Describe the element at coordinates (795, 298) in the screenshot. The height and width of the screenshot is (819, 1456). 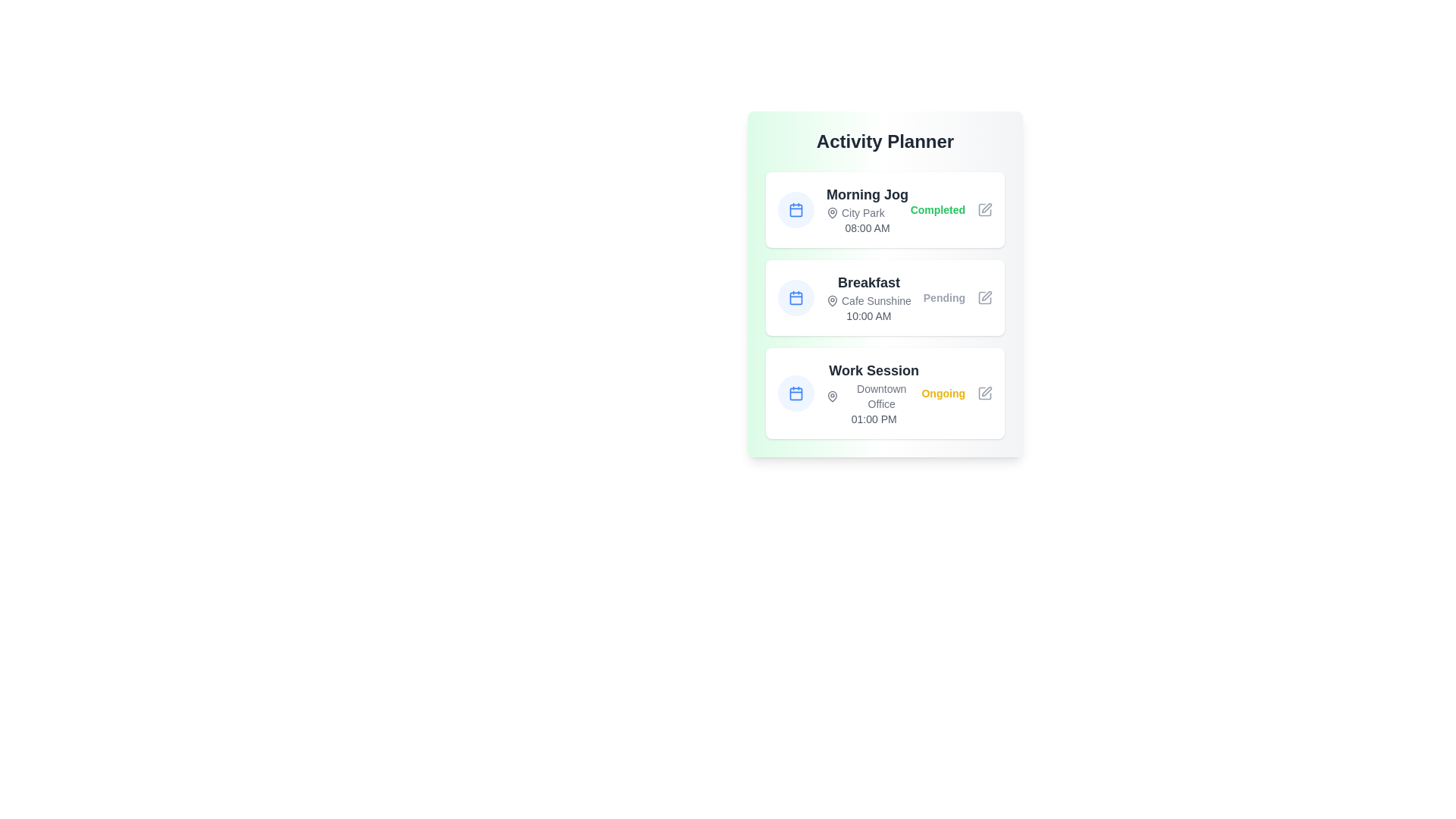
I see `the graphical icon component of the calendar icon that is positioned to the left of the 'Morning Jog' event entry in the 'Activity Planner' panel` at that location.